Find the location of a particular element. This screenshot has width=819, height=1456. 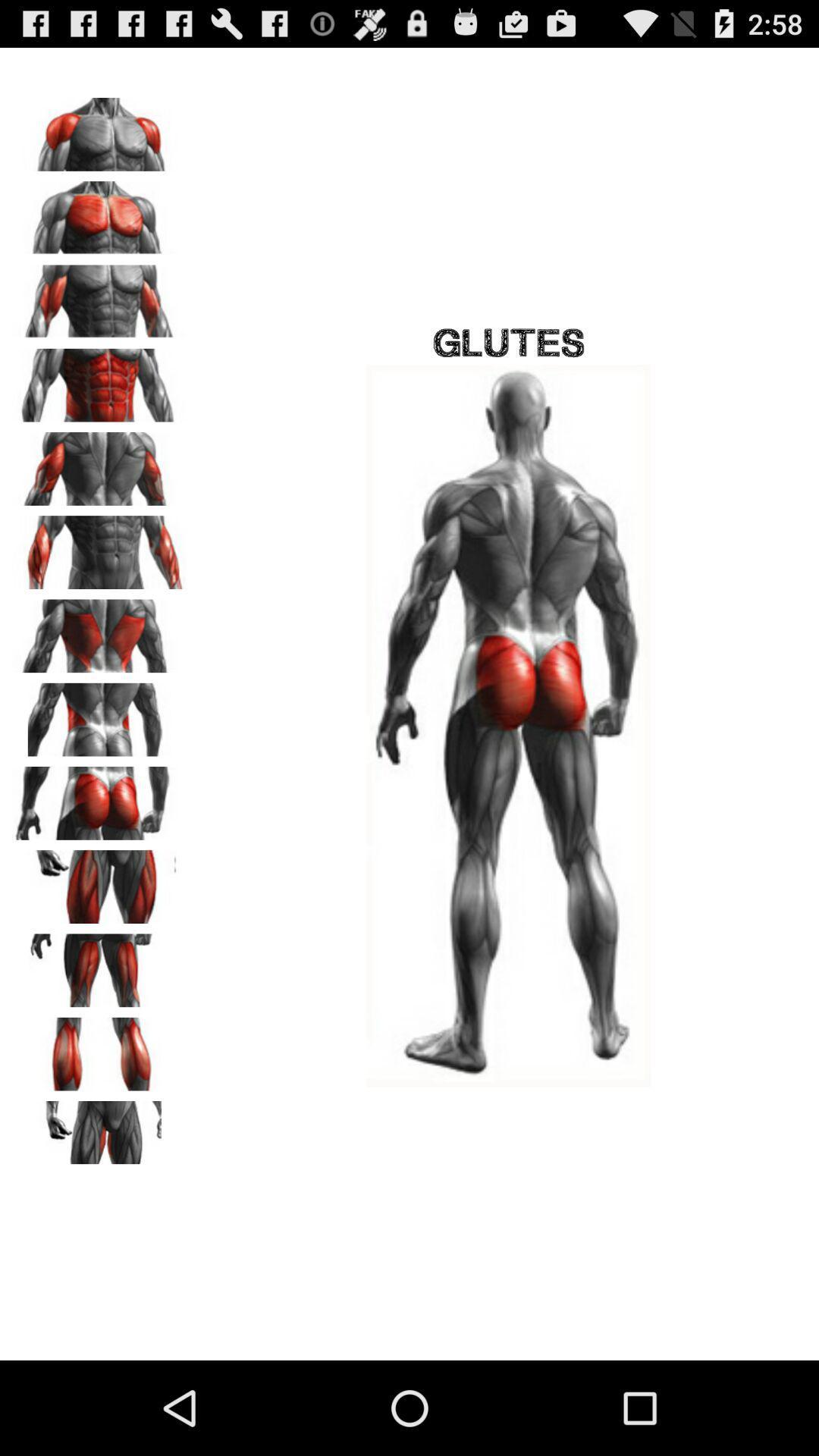

picture is located at coordinates (99, 881).